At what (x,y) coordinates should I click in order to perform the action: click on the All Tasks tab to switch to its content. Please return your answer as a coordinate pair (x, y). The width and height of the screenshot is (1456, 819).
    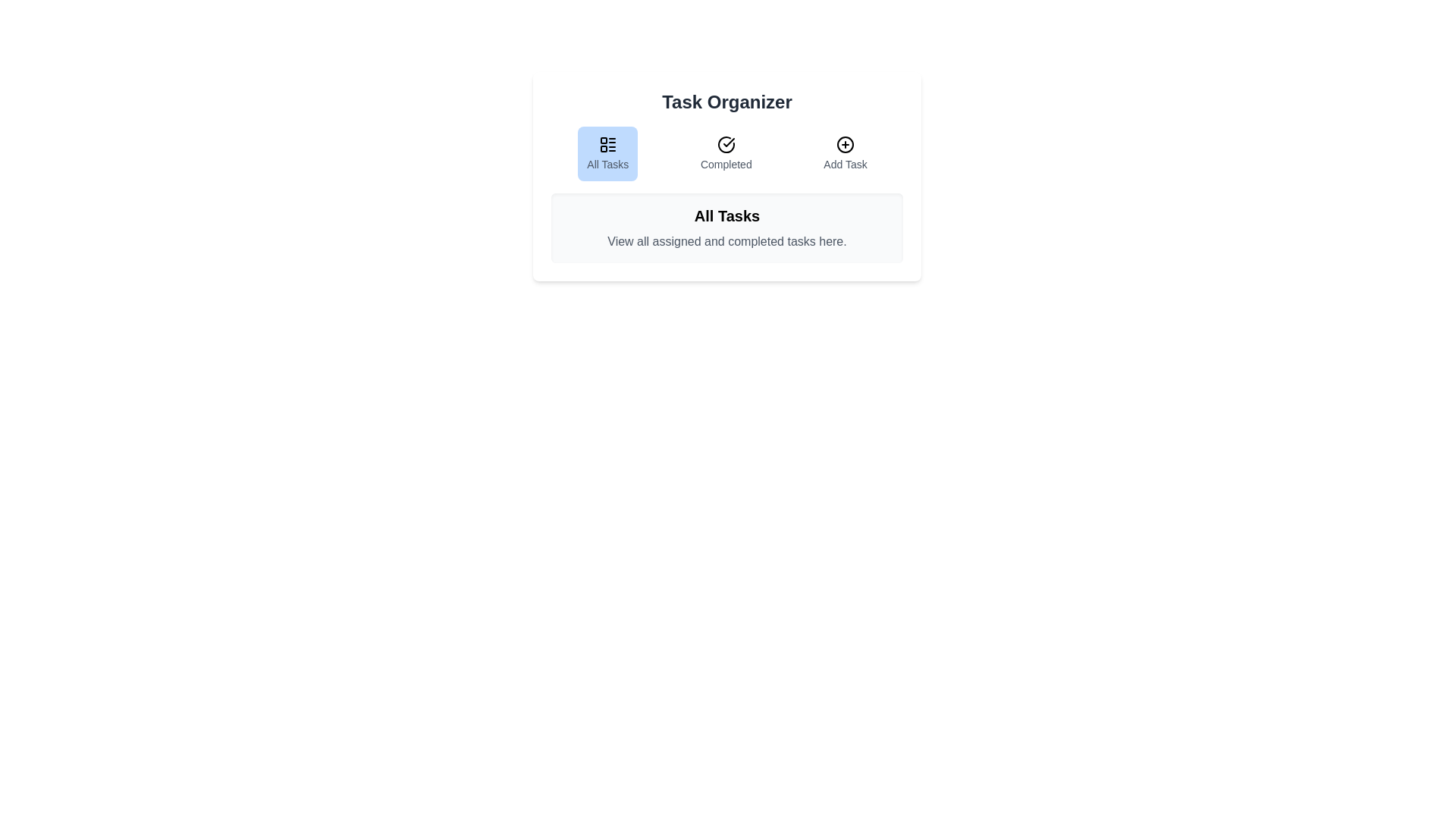
    Looking at the image, I should click on (607, 154).